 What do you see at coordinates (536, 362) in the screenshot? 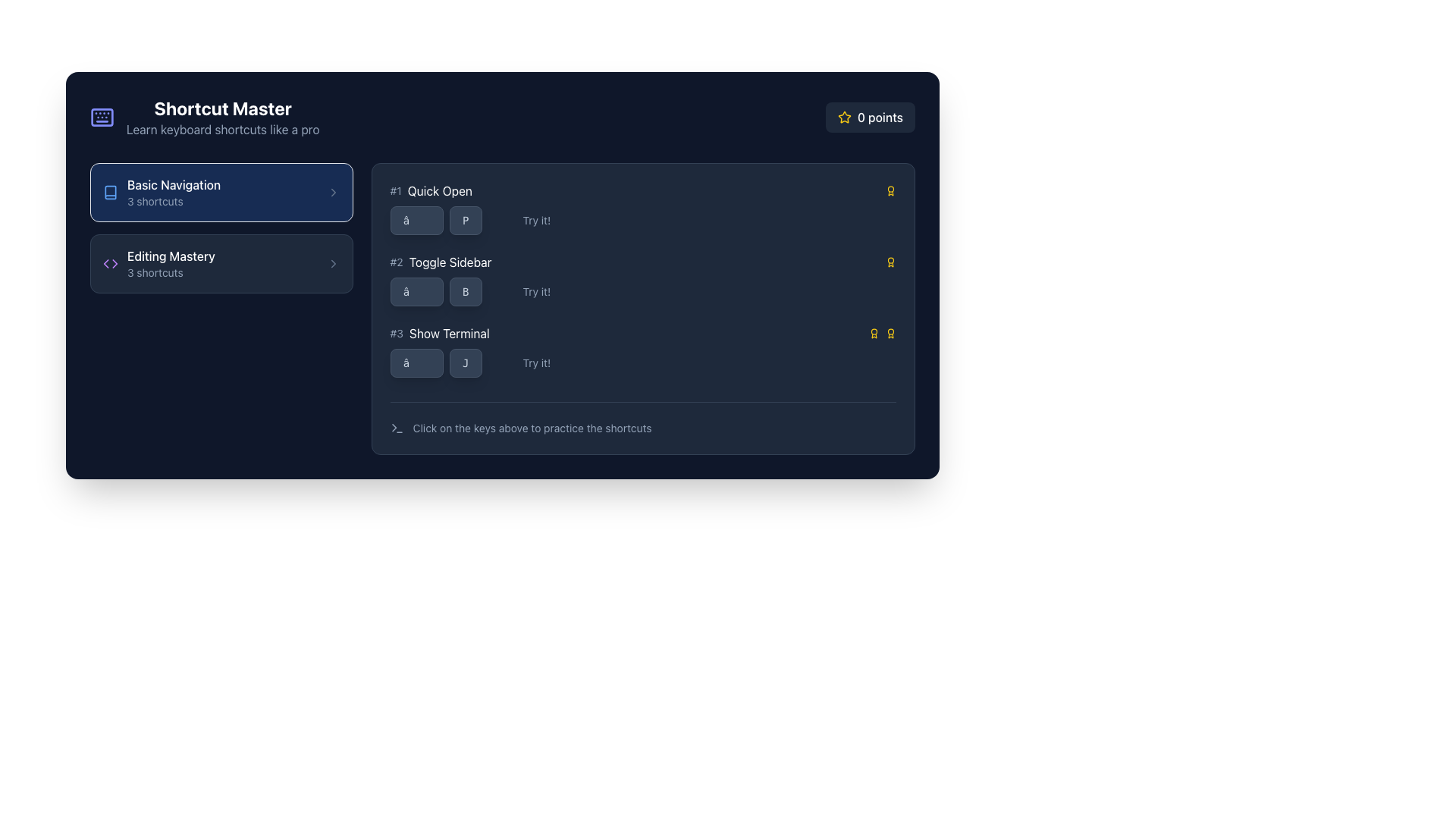
I see `the text label displaying 'Try it!' that is styled in a small light gray font and positioned adjacent to the 'Show Terminal' entry in the list` at bounding box center [536, 362].